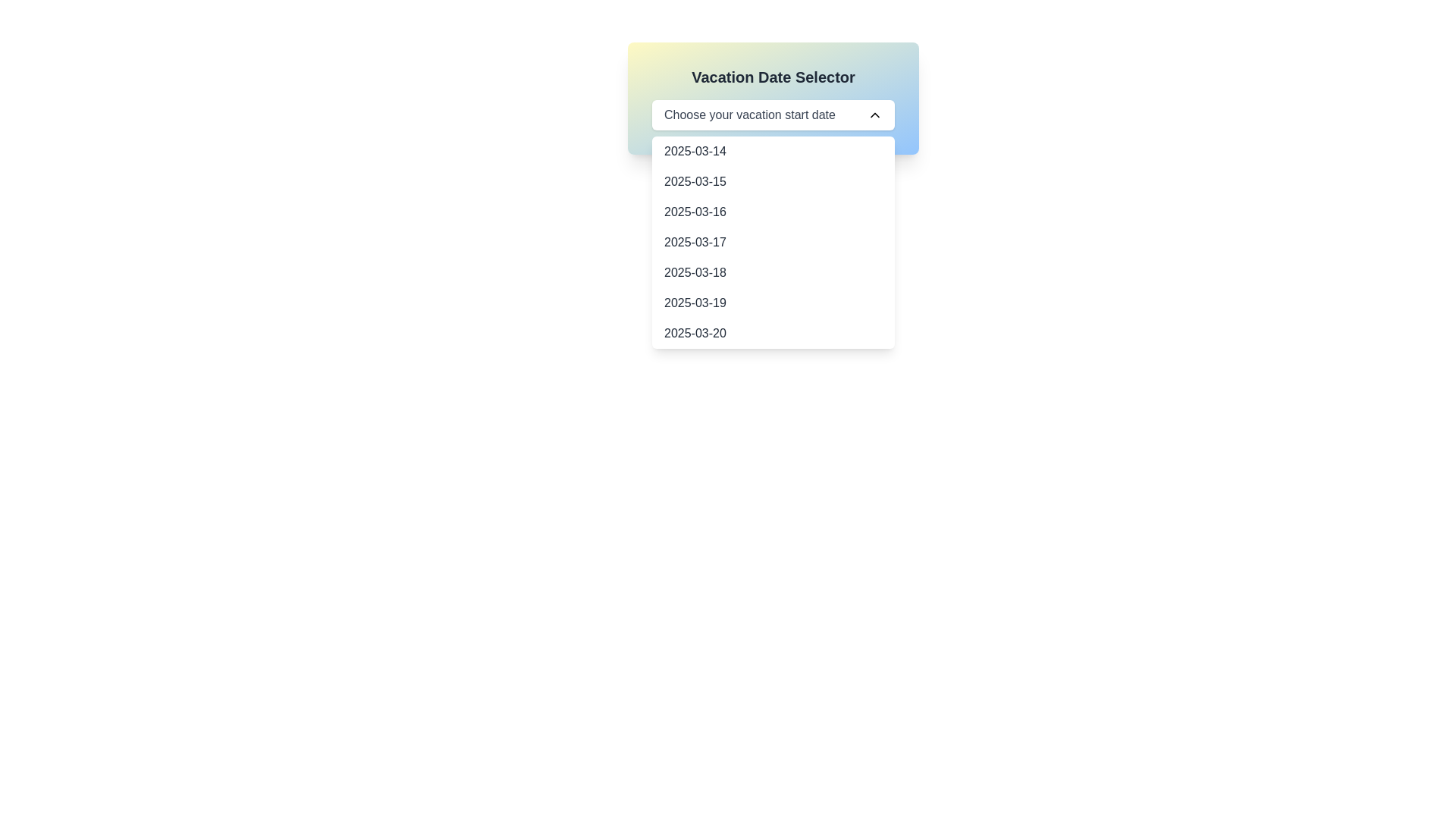 The width and height of the screenshot is (1456, 819). I want to click on the upward-pointing chevron icon located at the right-hand side of the 'Choose your vacation start date' input field, so click(874, 114).